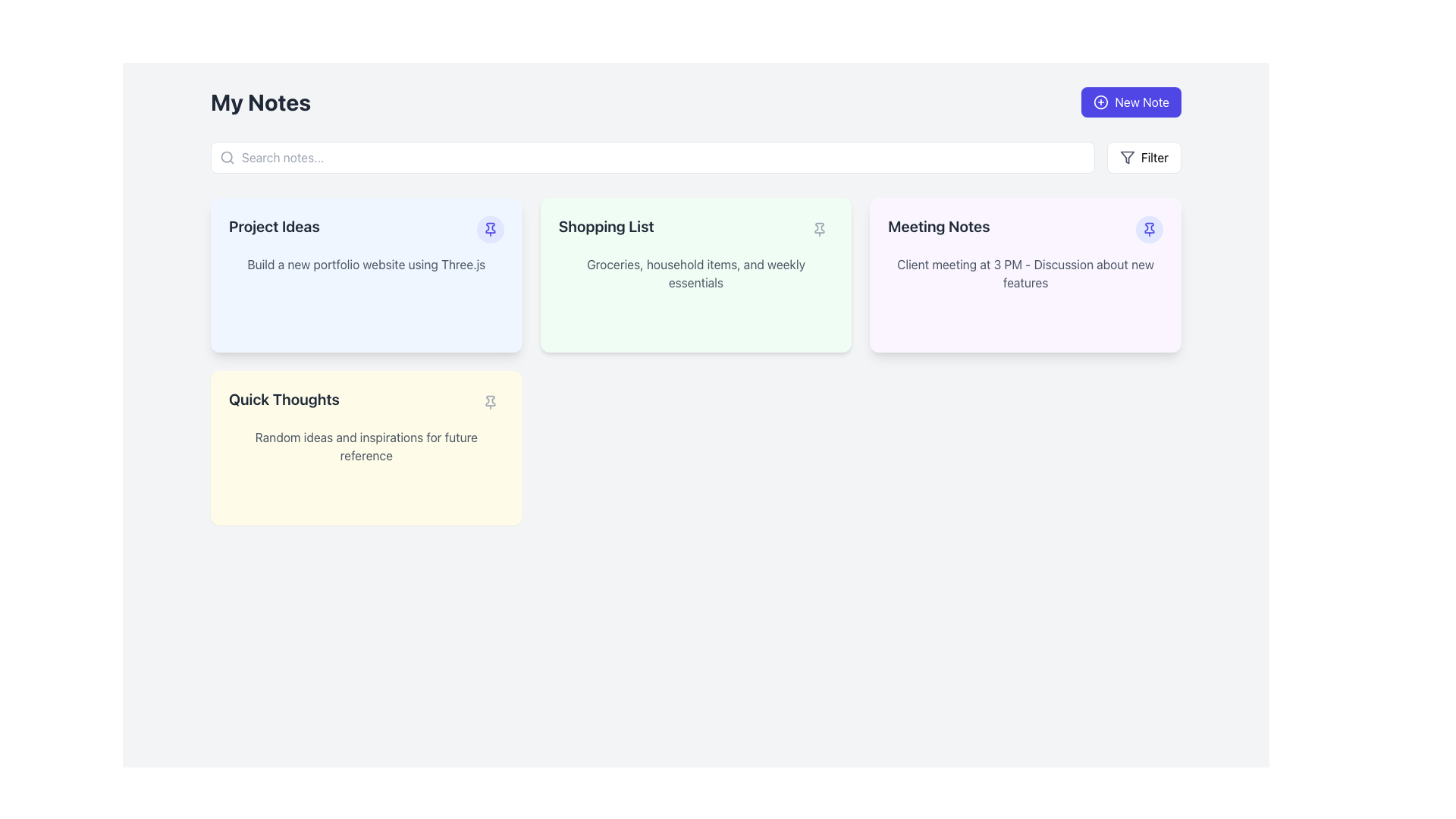  I want to click on the pin icon located, so click(818, 227).